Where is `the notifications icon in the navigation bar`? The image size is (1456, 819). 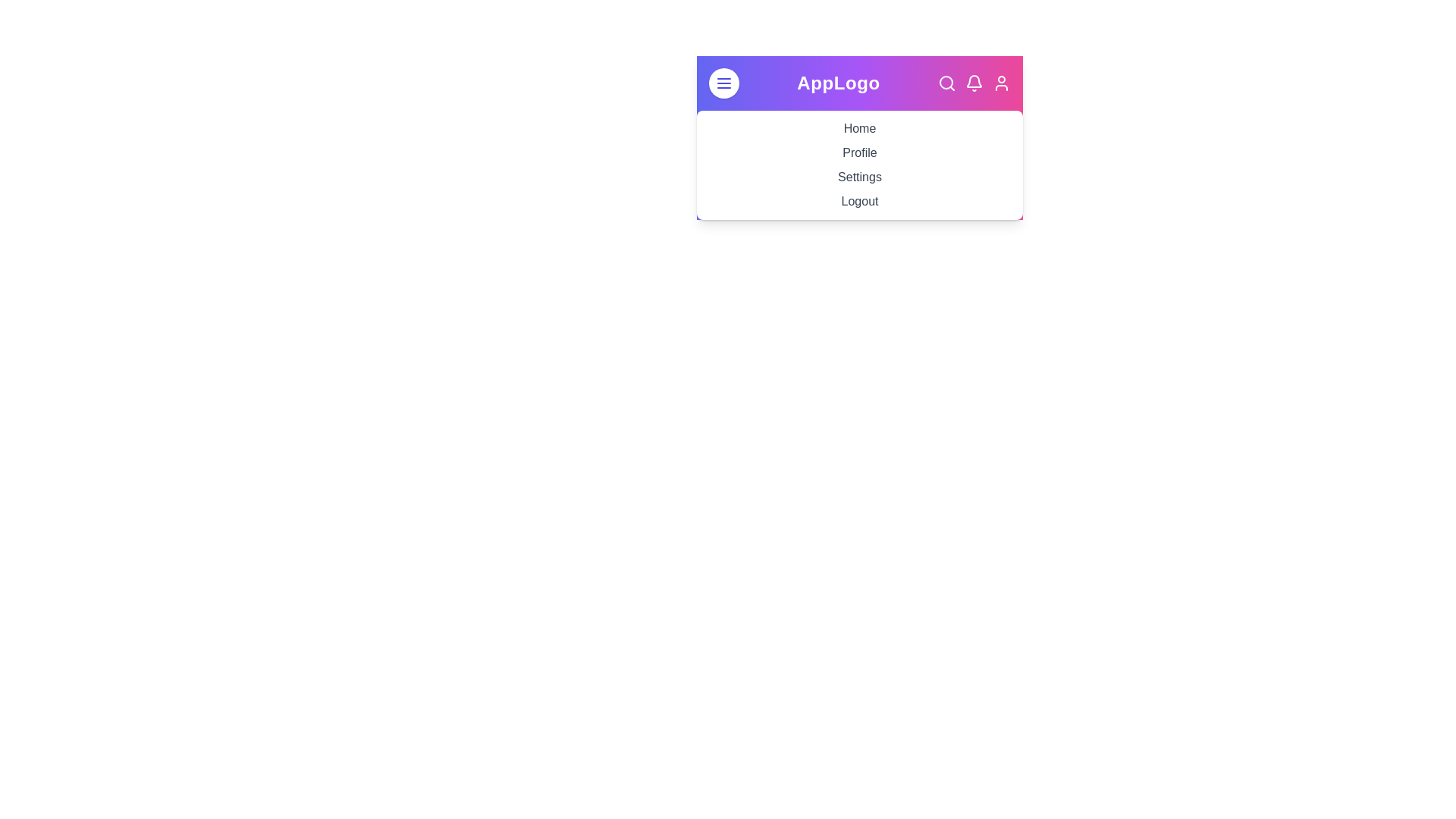
the notifications icon in the navigation bar is located at coordinates (974, 83).